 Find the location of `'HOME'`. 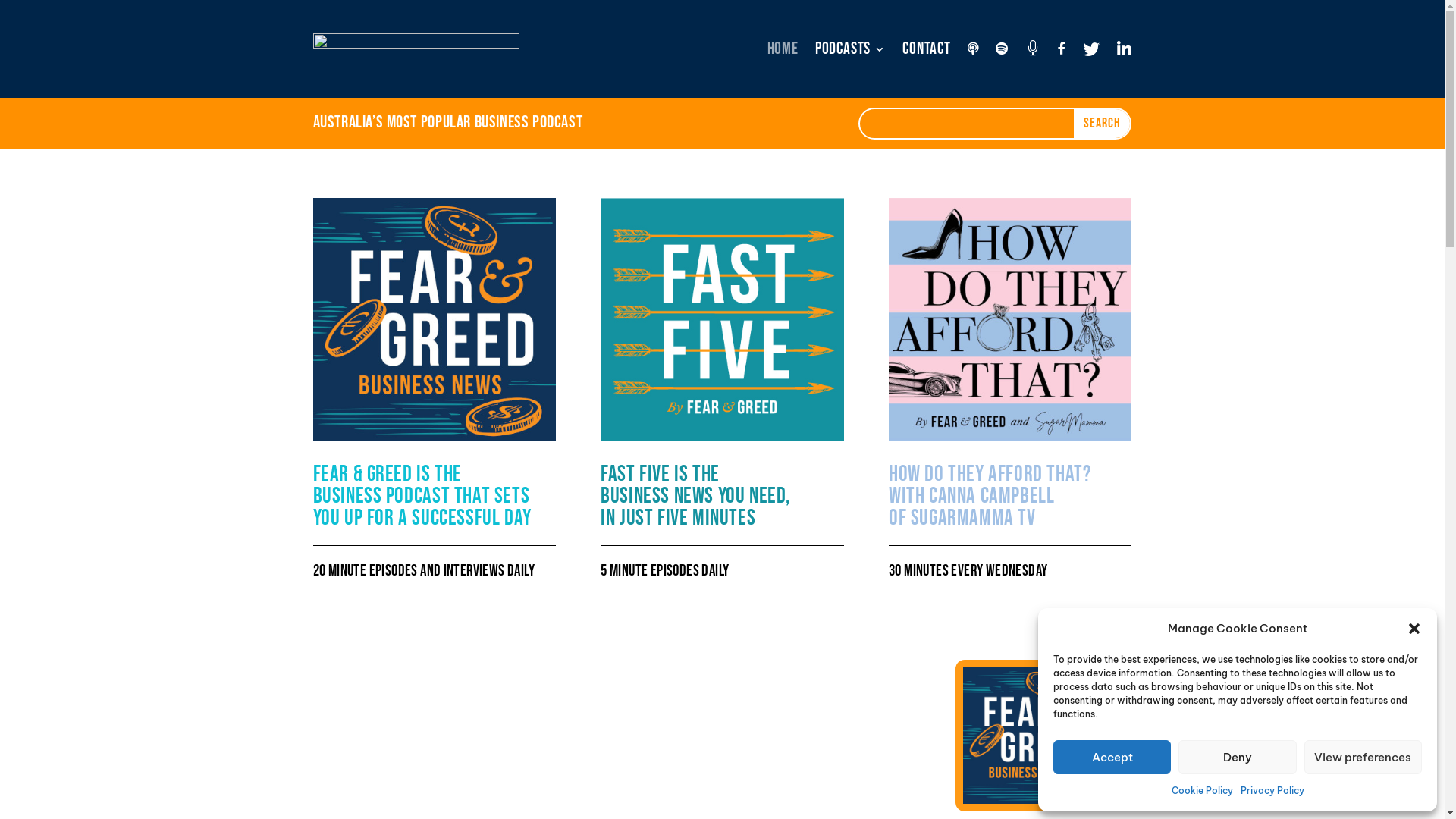

'HOME' is located at coordinates (783, 49).